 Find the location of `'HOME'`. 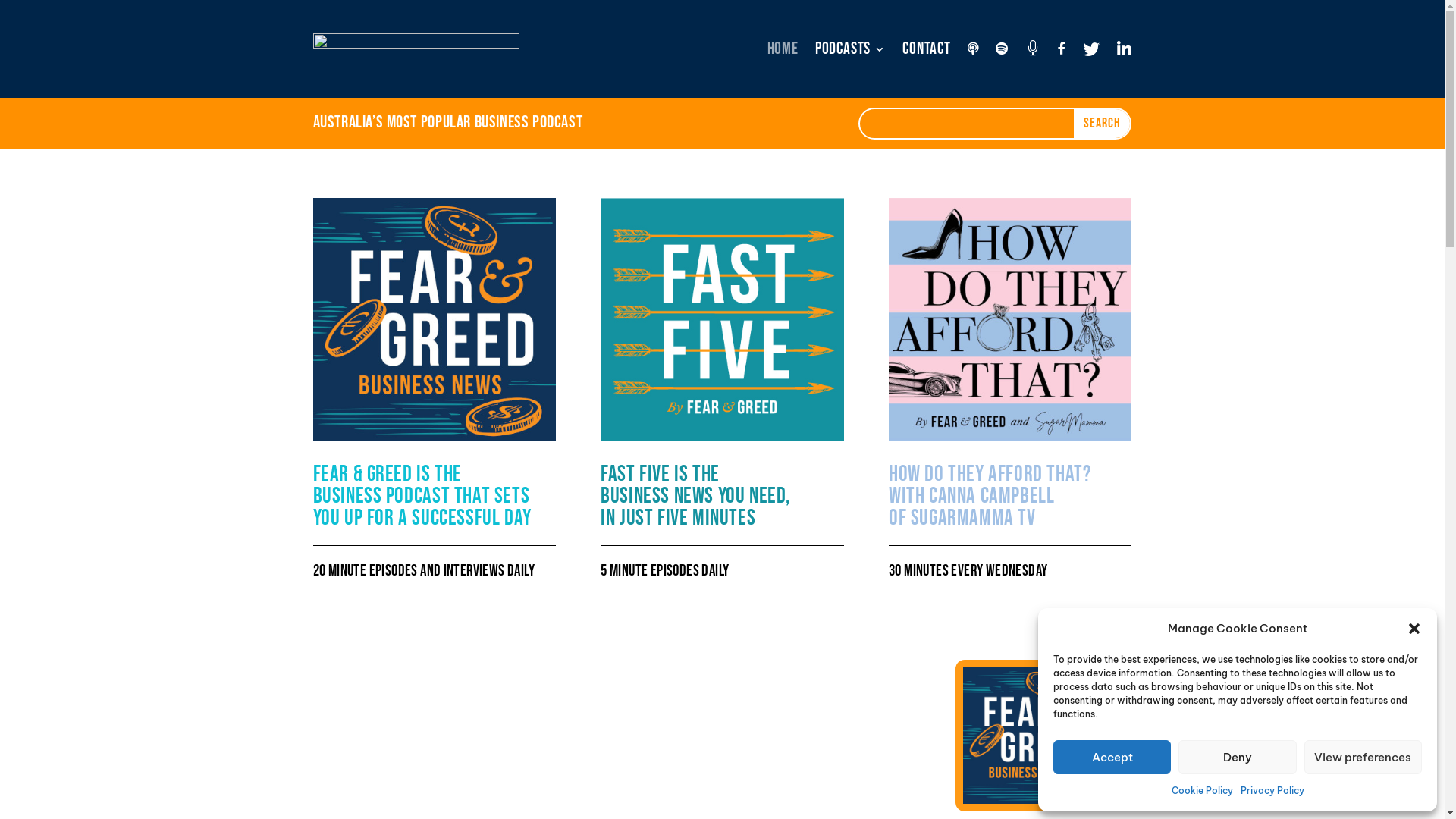

'HOME' is located at coordinates (783, 49).